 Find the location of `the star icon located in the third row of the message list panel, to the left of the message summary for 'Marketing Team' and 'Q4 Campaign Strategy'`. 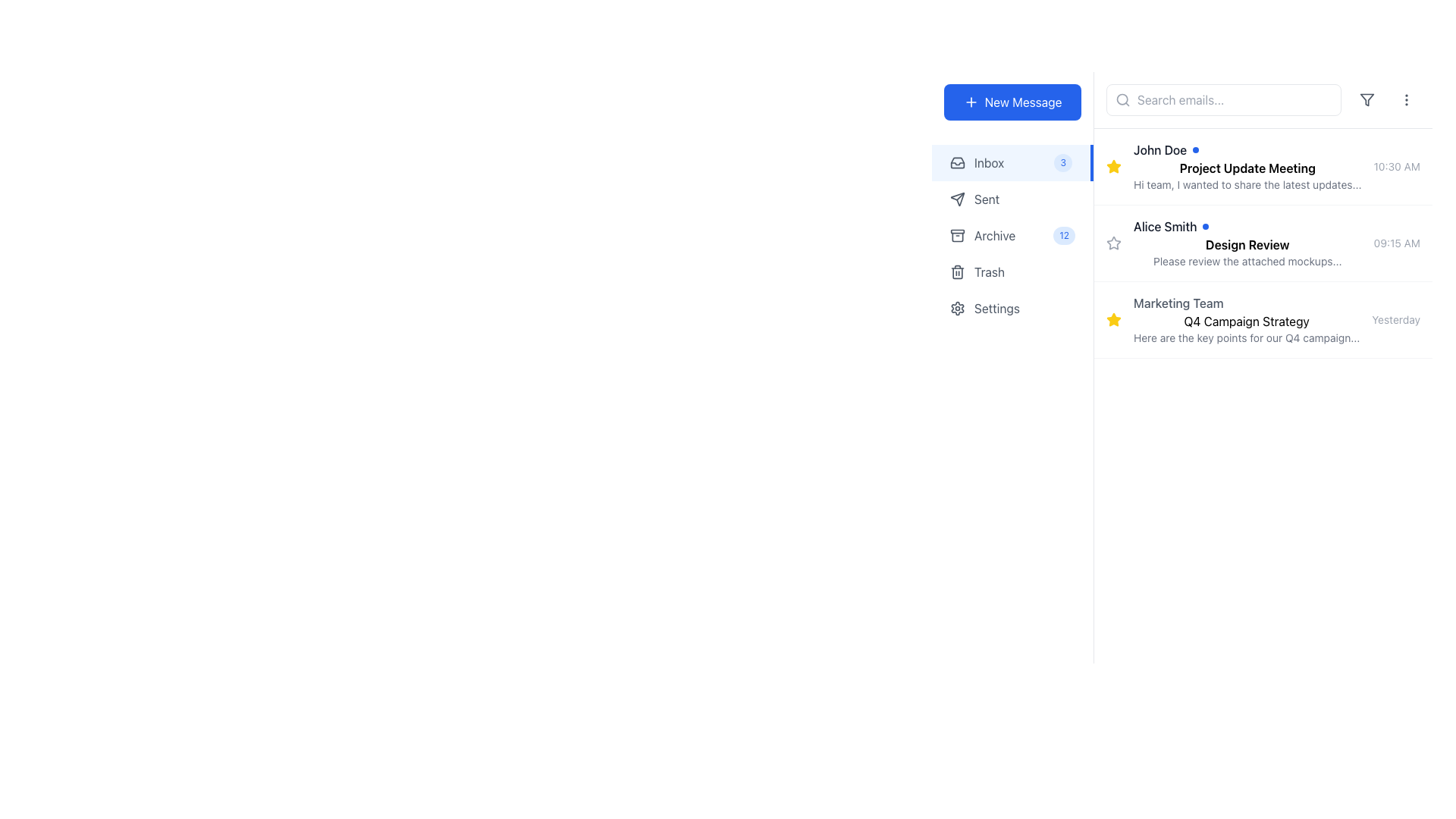

the star icon located in the third row of the message list panel, to the left of the message summary for 'Marketing Team' and 'Q4 Campaign Strategy' is located at coordinates (1113, 318).